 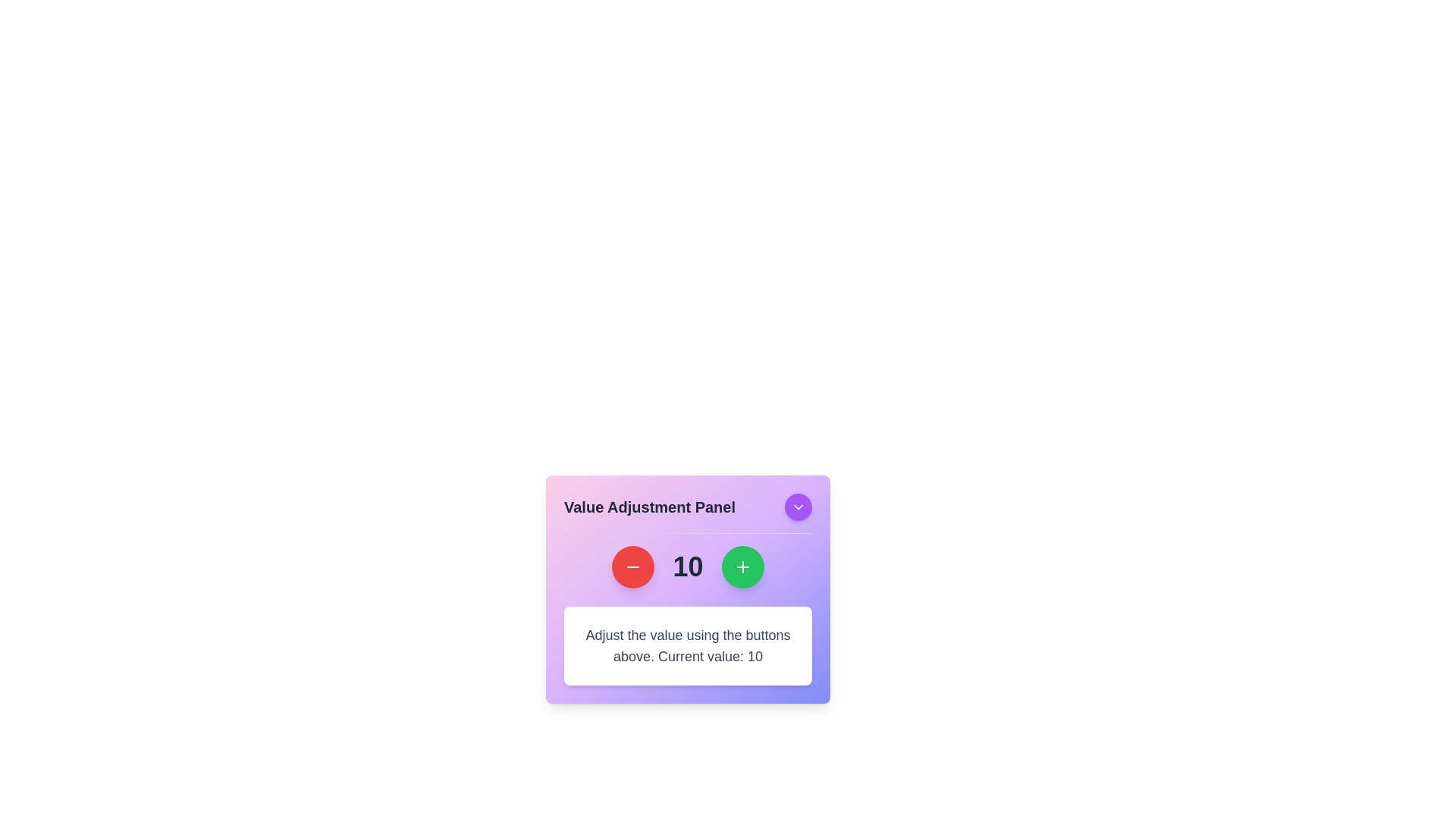 I want to click on the dropdown button located in the upper-right corner of the 'Value Adjustment Panel' section for keyboard interaction, so click(x=797, y=507).